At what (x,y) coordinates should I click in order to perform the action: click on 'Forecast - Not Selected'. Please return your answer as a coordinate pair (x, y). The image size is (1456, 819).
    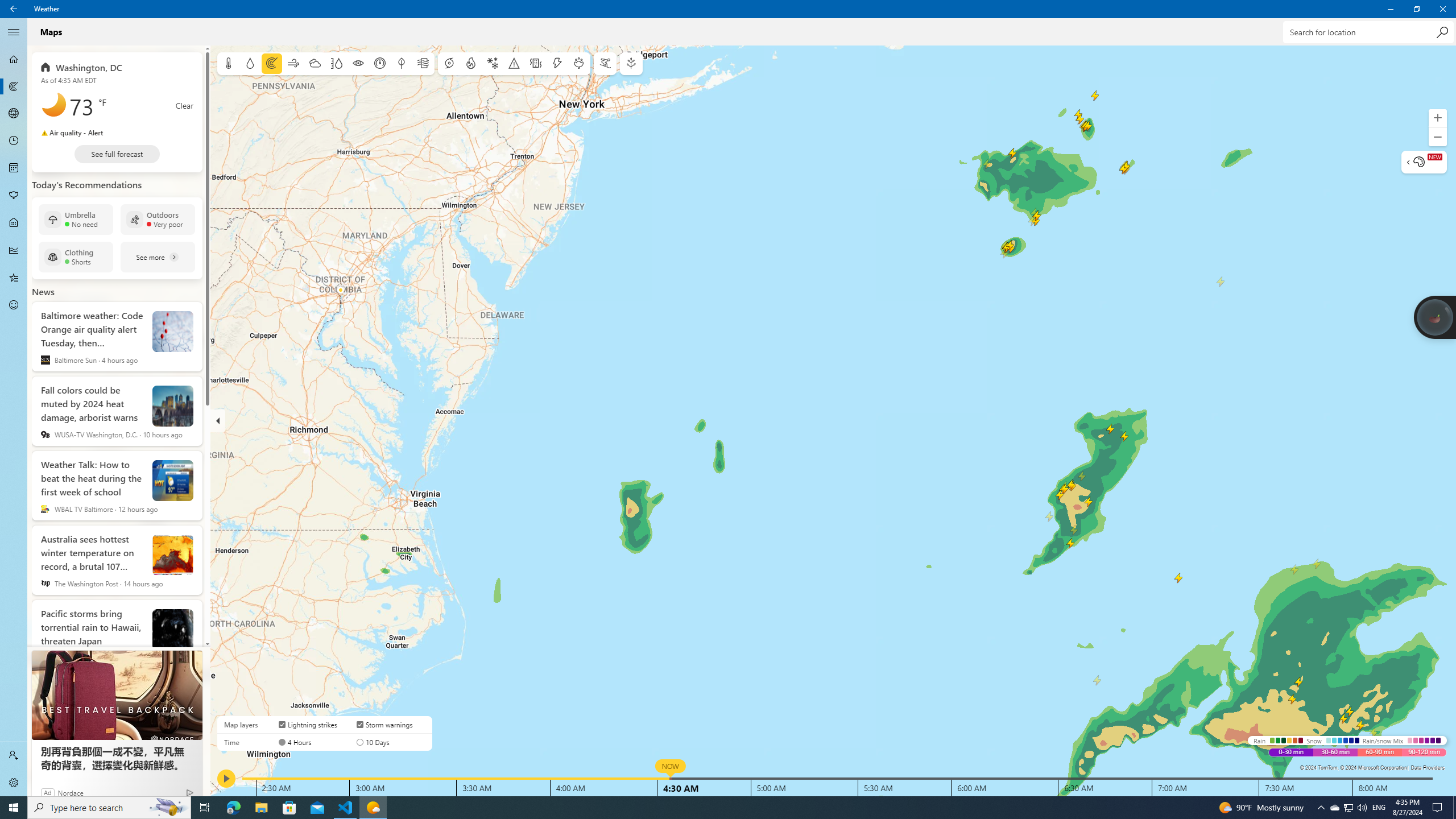
    Looking at the image, I should click on (14, 59).